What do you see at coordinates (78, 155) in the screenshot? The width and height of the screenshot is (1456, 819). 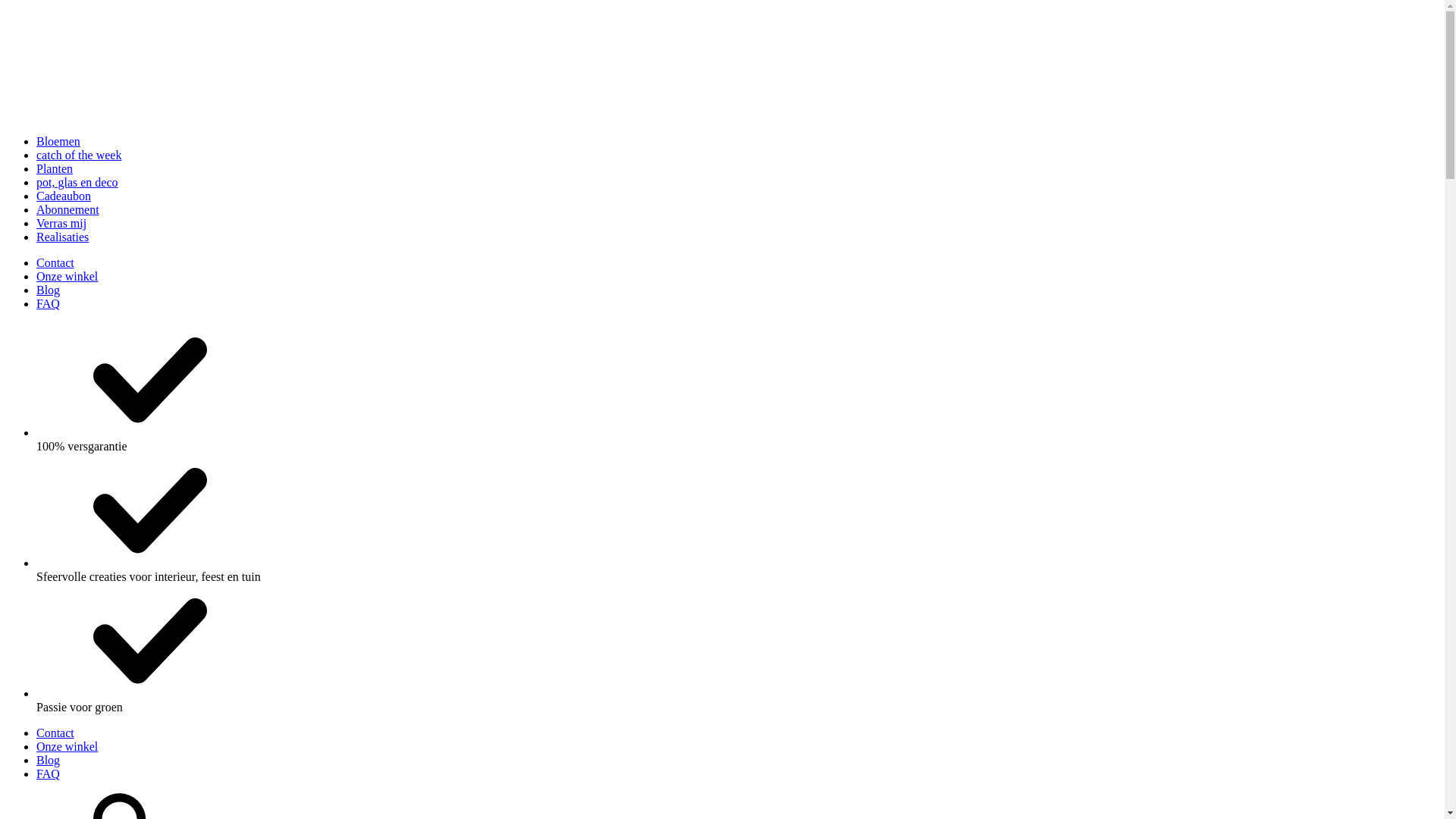 I see `'catch of the week'` at bounding box center [78, 155].